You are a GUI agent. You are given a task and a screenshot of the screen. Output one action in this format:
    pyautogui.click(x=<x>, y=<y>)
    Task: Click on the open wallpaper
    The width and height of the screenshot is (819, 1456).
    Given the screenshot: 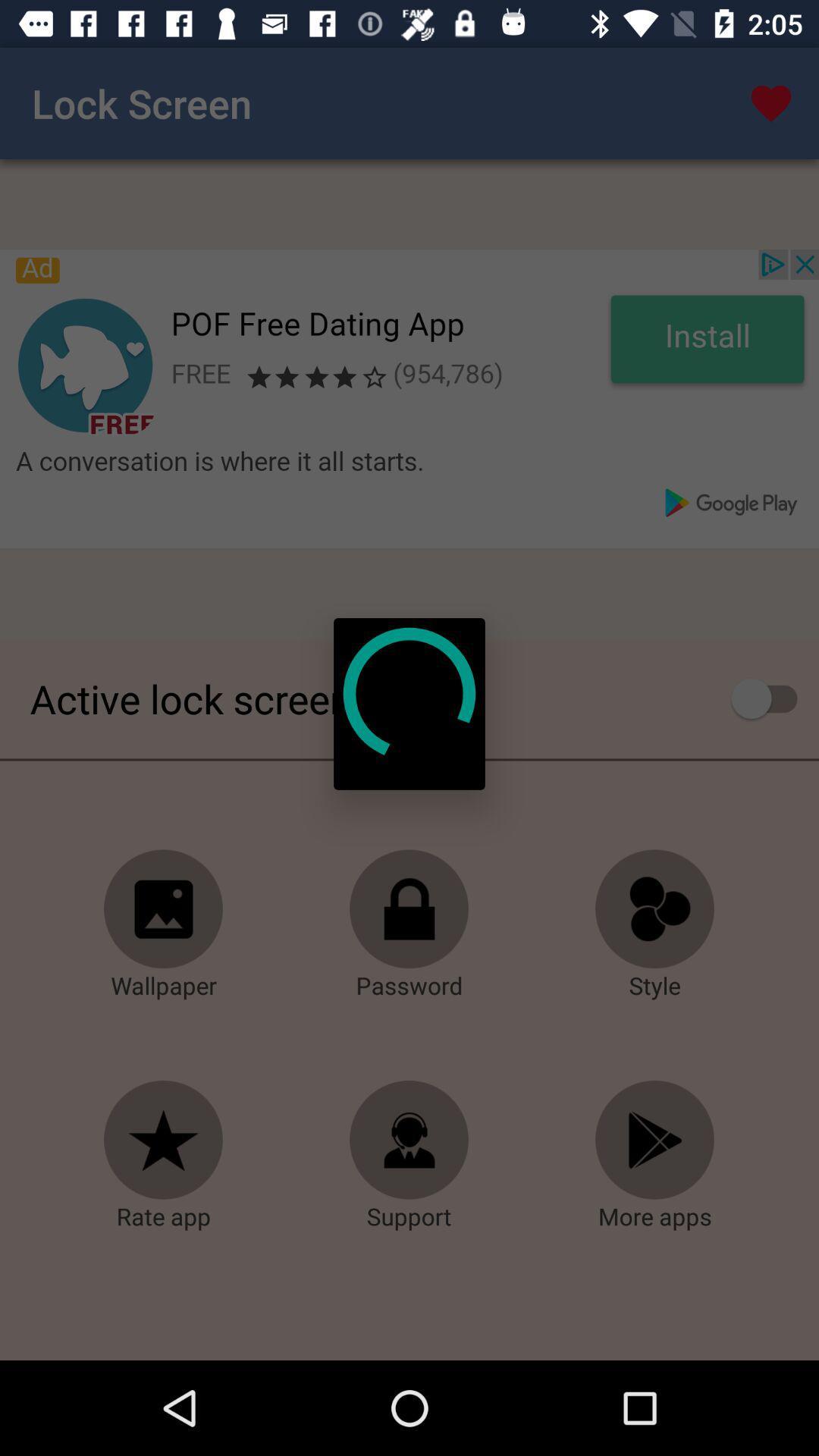 What is the action you would take?
    pyautogui.click(x=164, y=909)
    